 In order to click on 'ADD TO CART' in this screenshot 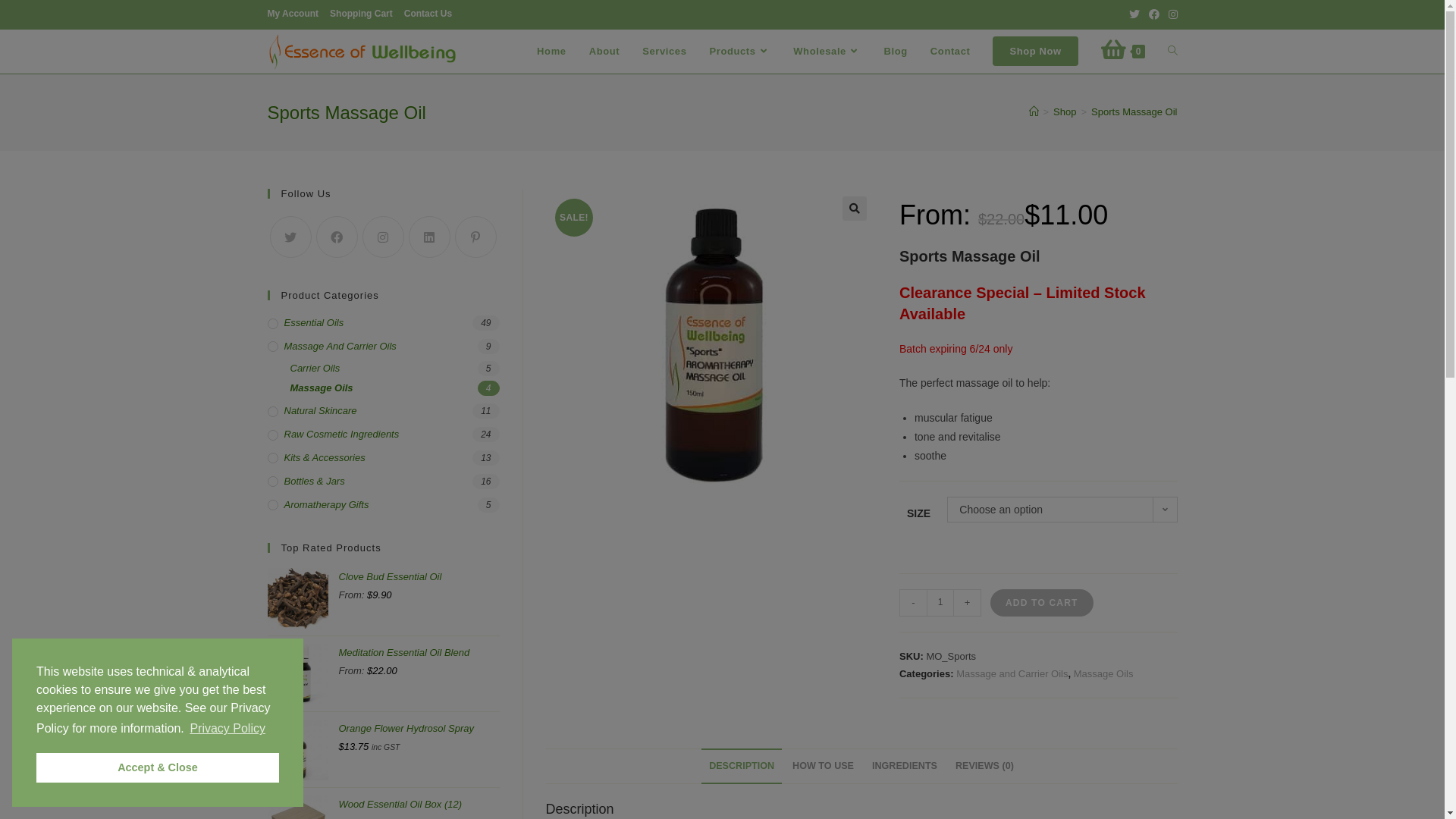, I will do `click(1040, 601)`.